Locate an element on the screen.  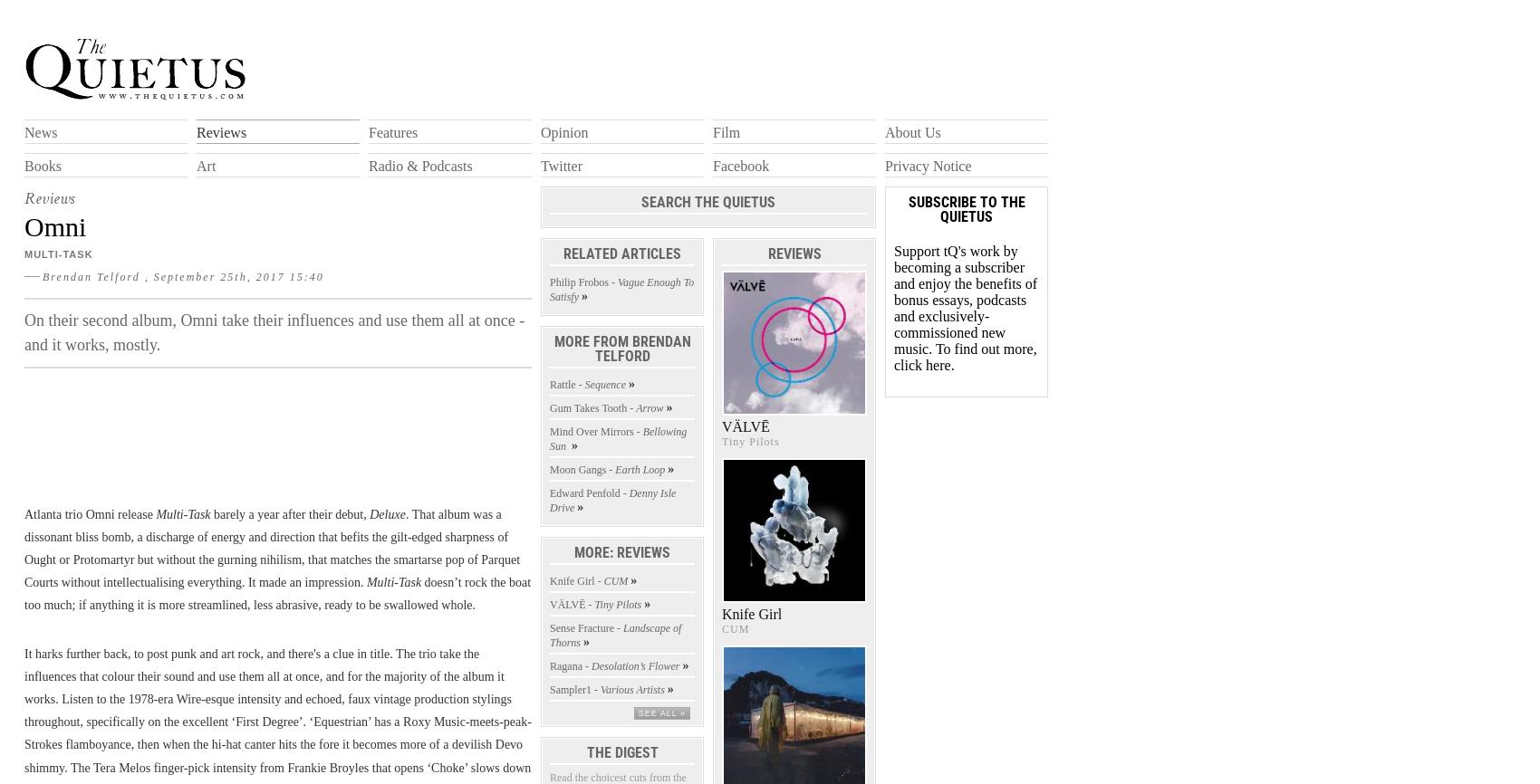
'Sampler1 -' is located at coordinates (573, 688).